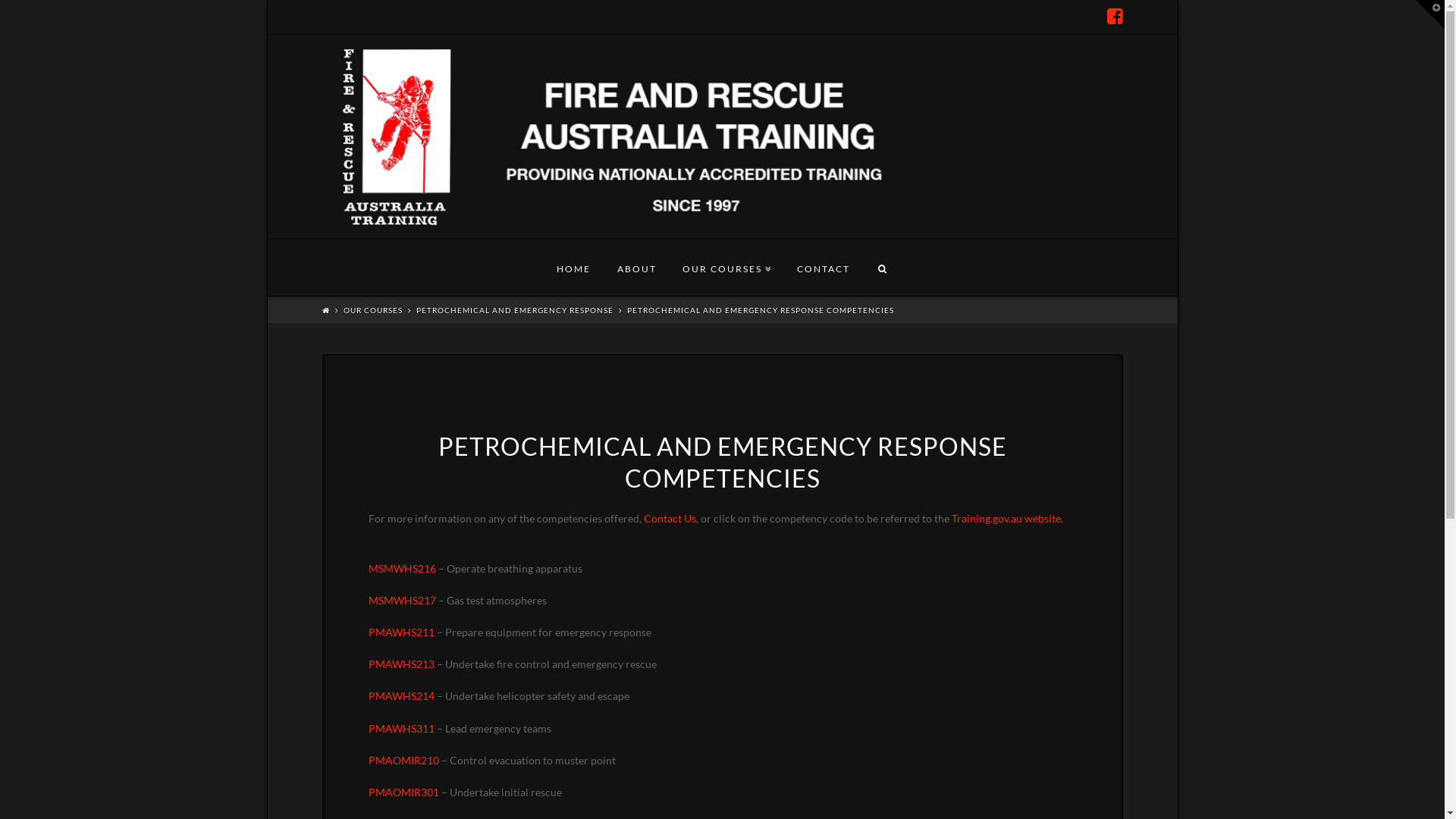  Describe the element at coordinates (401, 695) in the screenshot. I see `'PMAWHS214'` at that location.